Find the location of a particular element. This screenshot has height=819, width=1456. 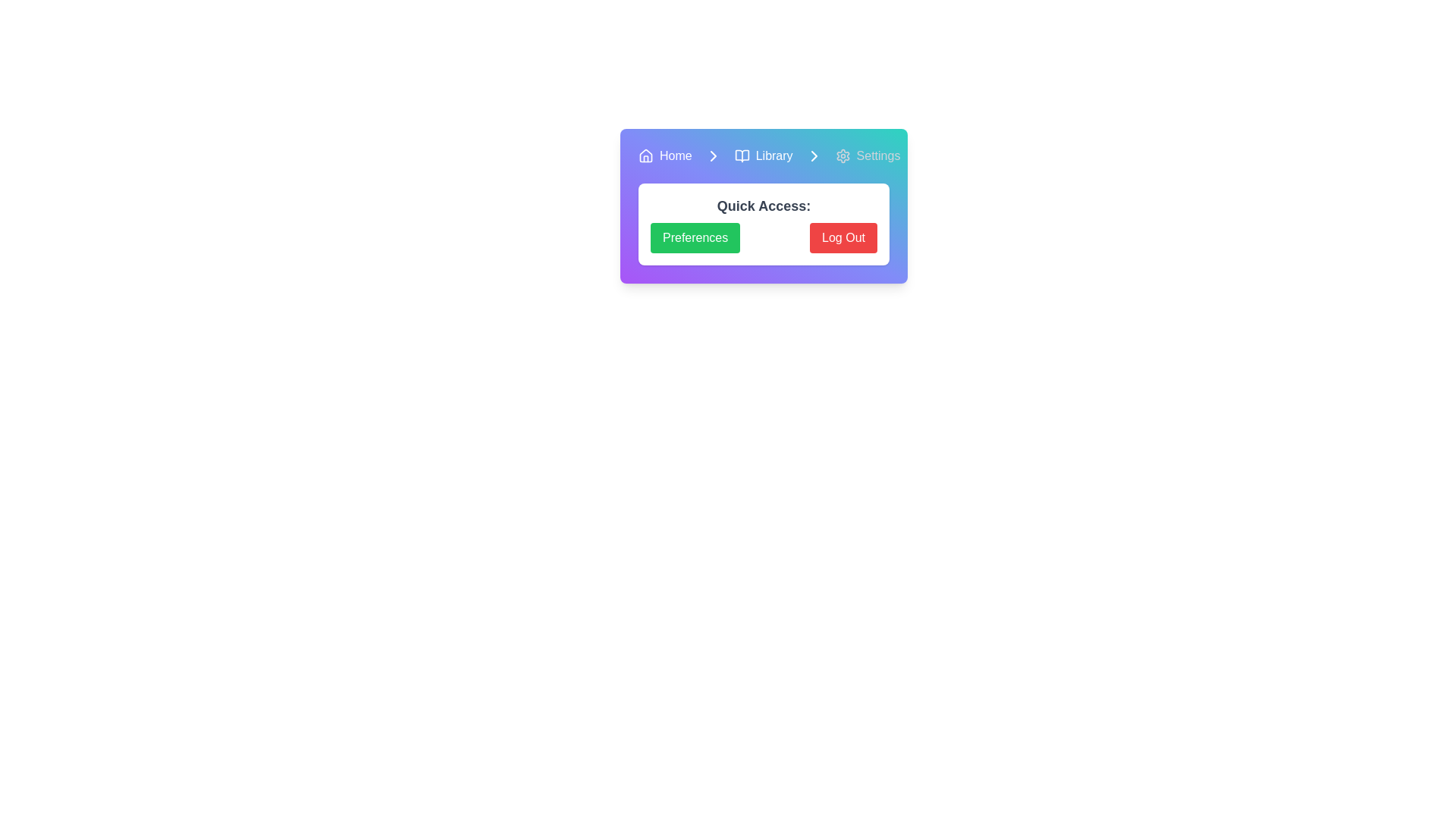

the 'Library' step in the breadcrumb navigation bar is located at coordinates (764, 155).